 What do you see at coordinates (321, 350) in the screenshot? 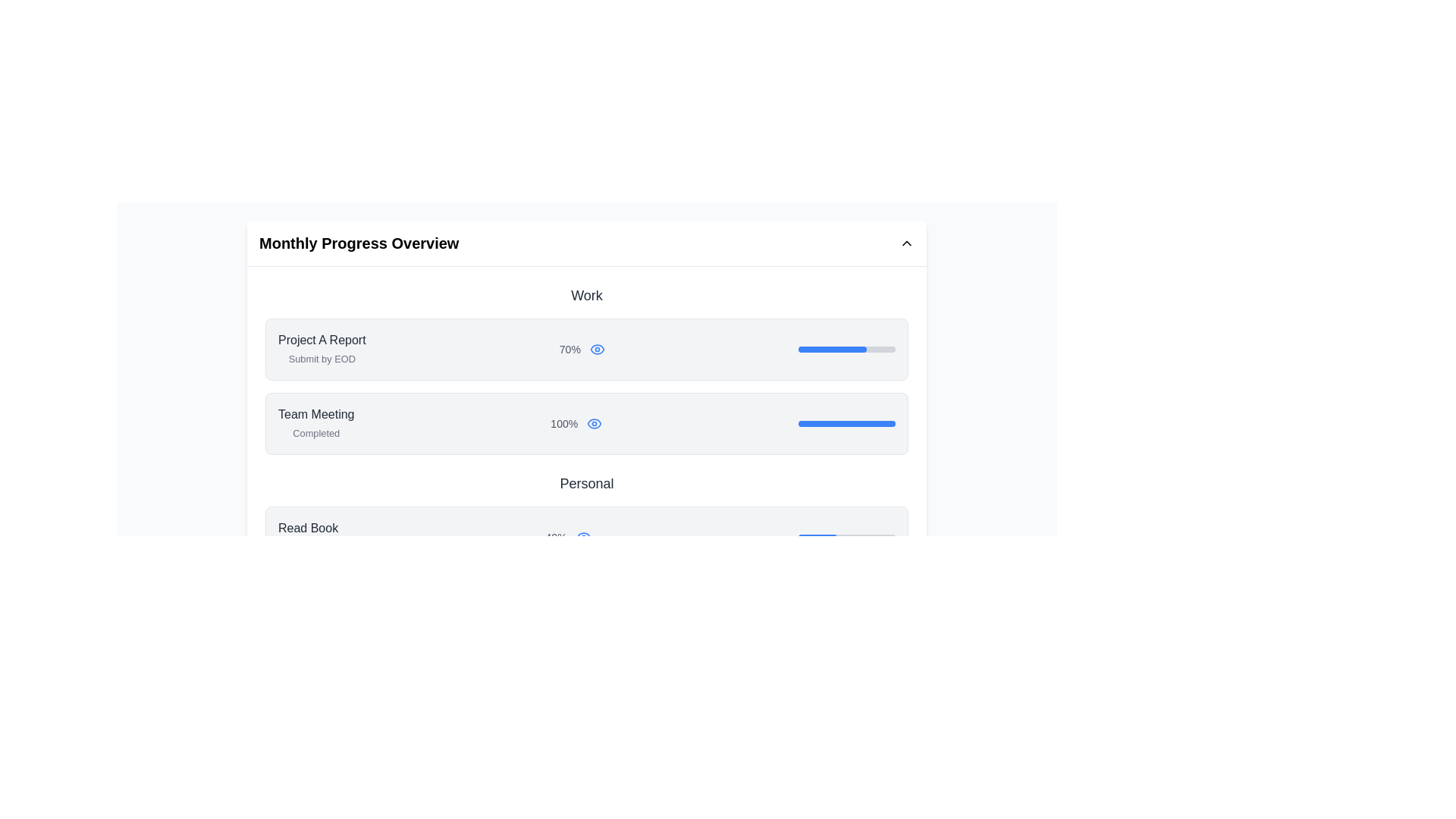
I see `the Text Block displaying 'Project A Report' with a light gray background, located in the top-left region of the rounded rectangular card under the 'Work' category` at bounding box center [321, 350].